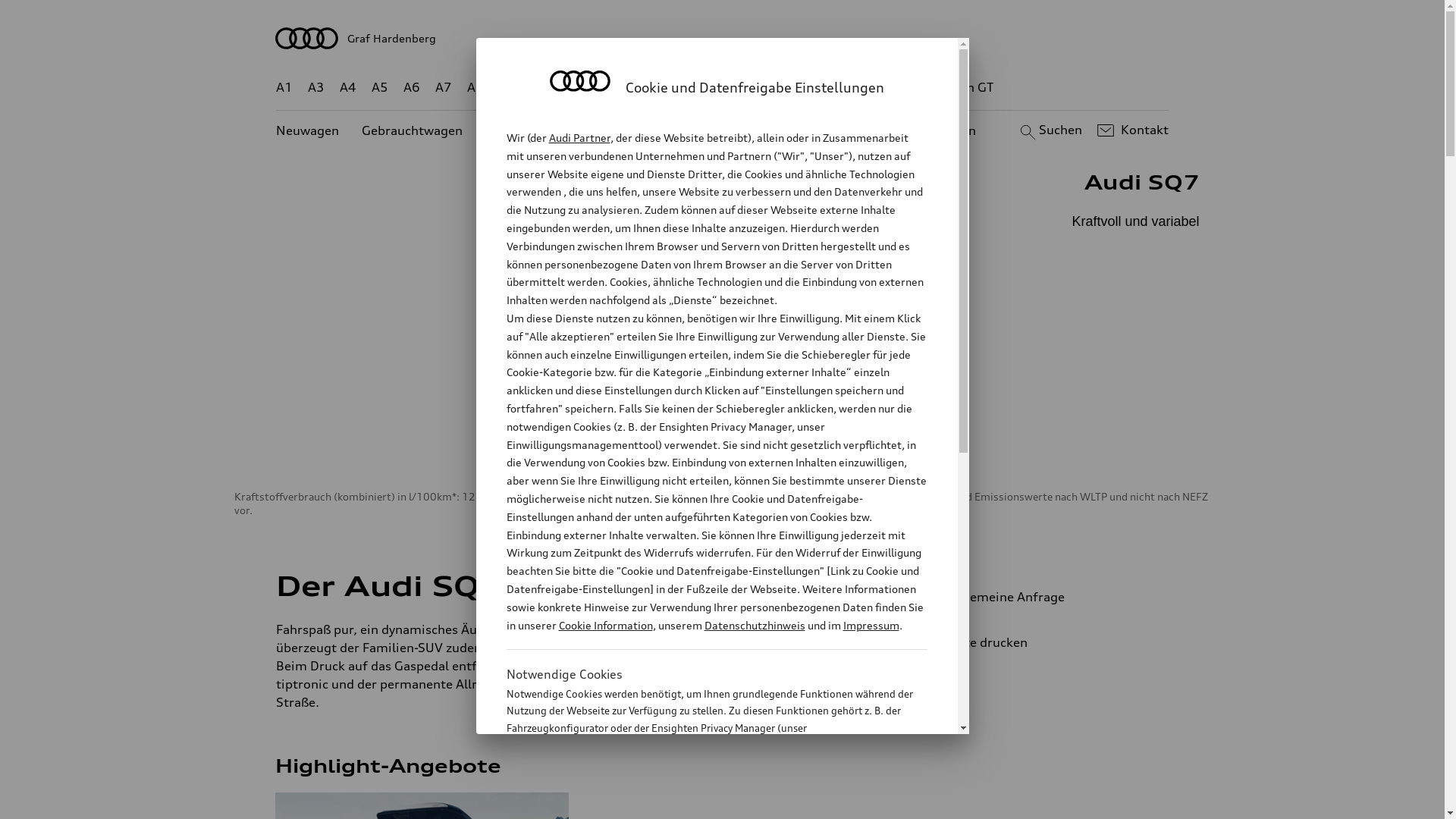 This screenshot has width=1456, height=819. What do you see at coordinates (360, 130) in the screenshot?
I see `'Gebrauchtwagen'` at bounding box center [360, 130].